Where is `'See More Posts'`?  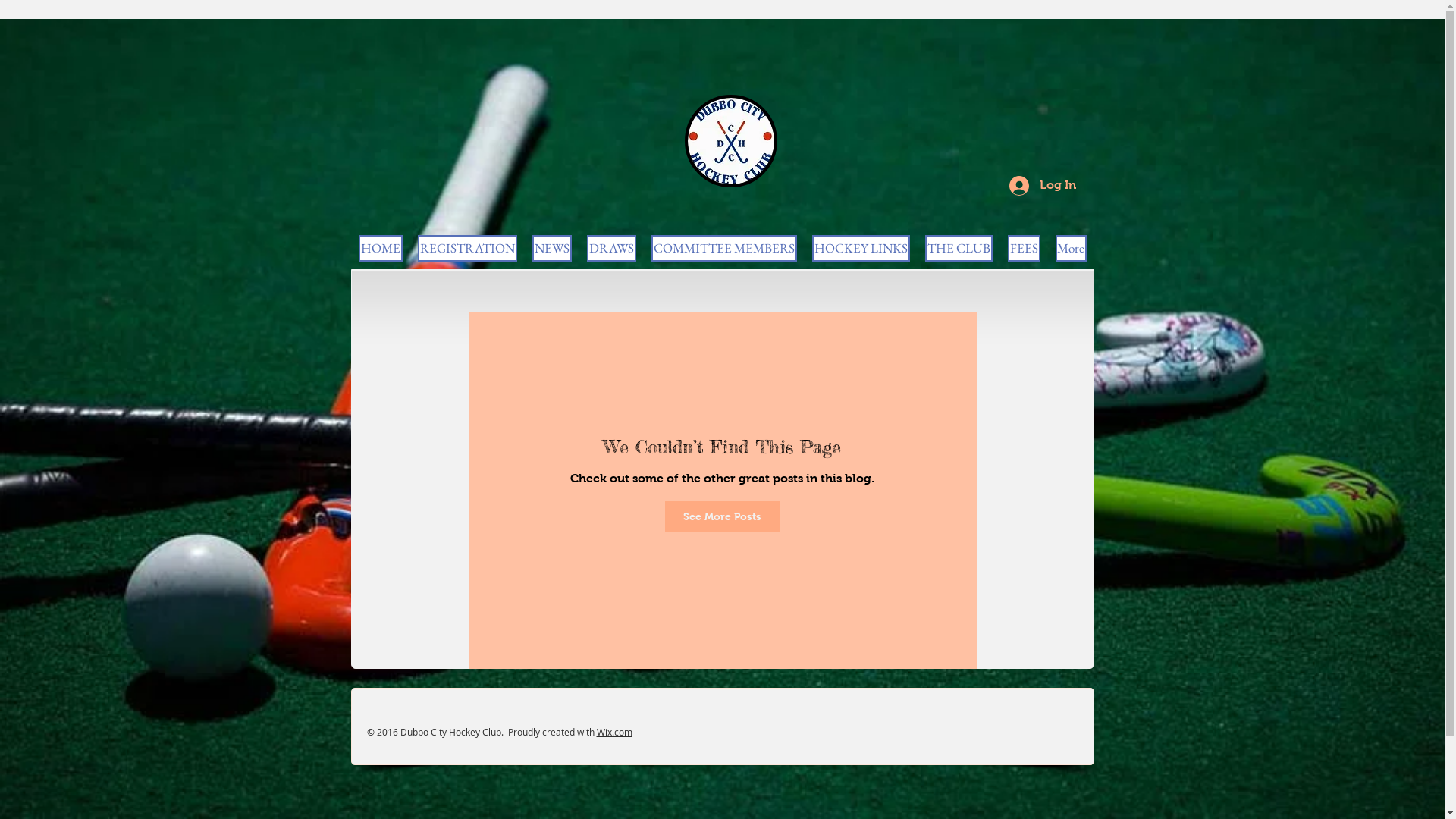 'See More Posts' is located at coordinates (665, 516).